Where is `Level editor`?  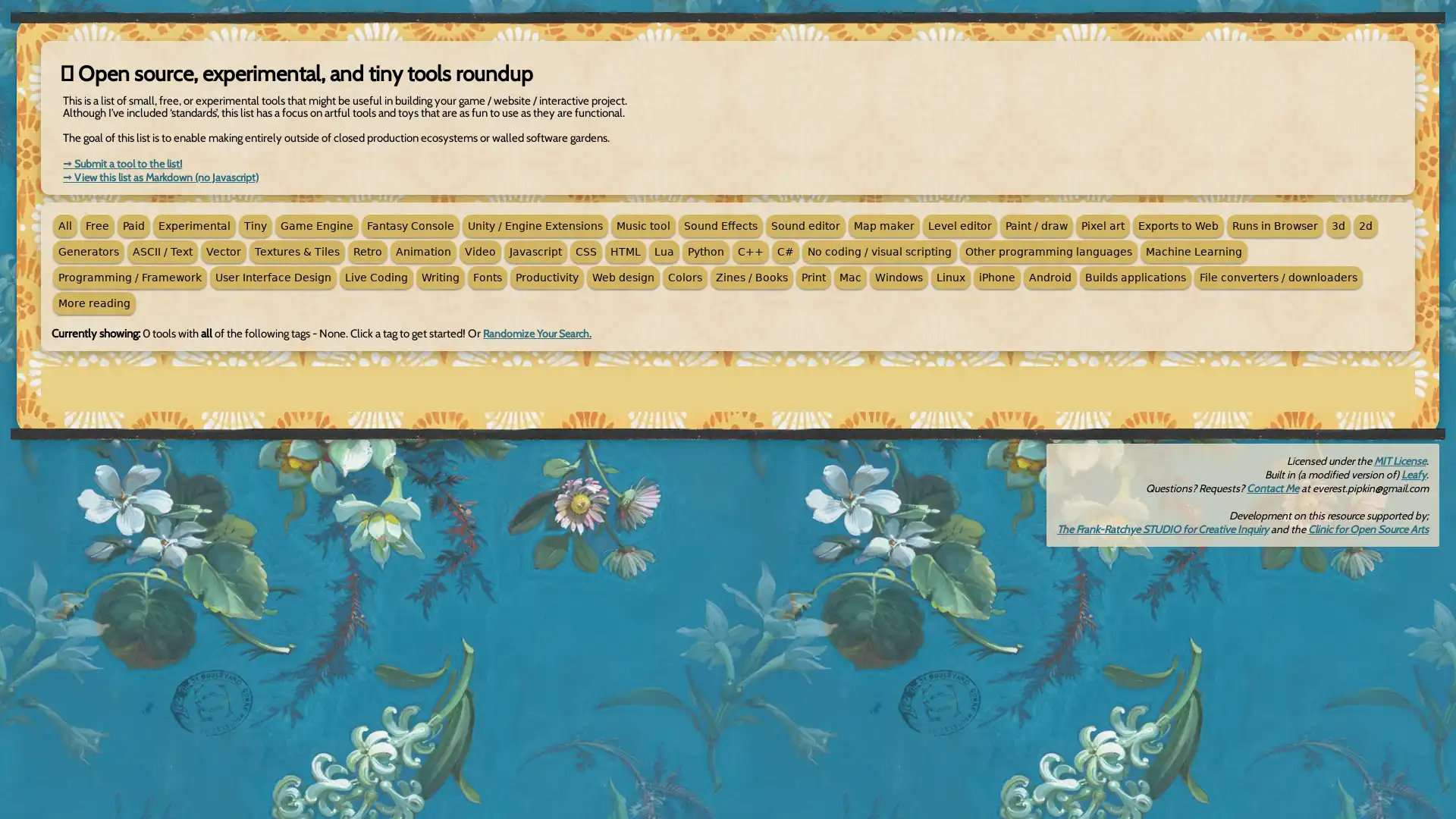
Level editor is located at coordinates (959, 225).